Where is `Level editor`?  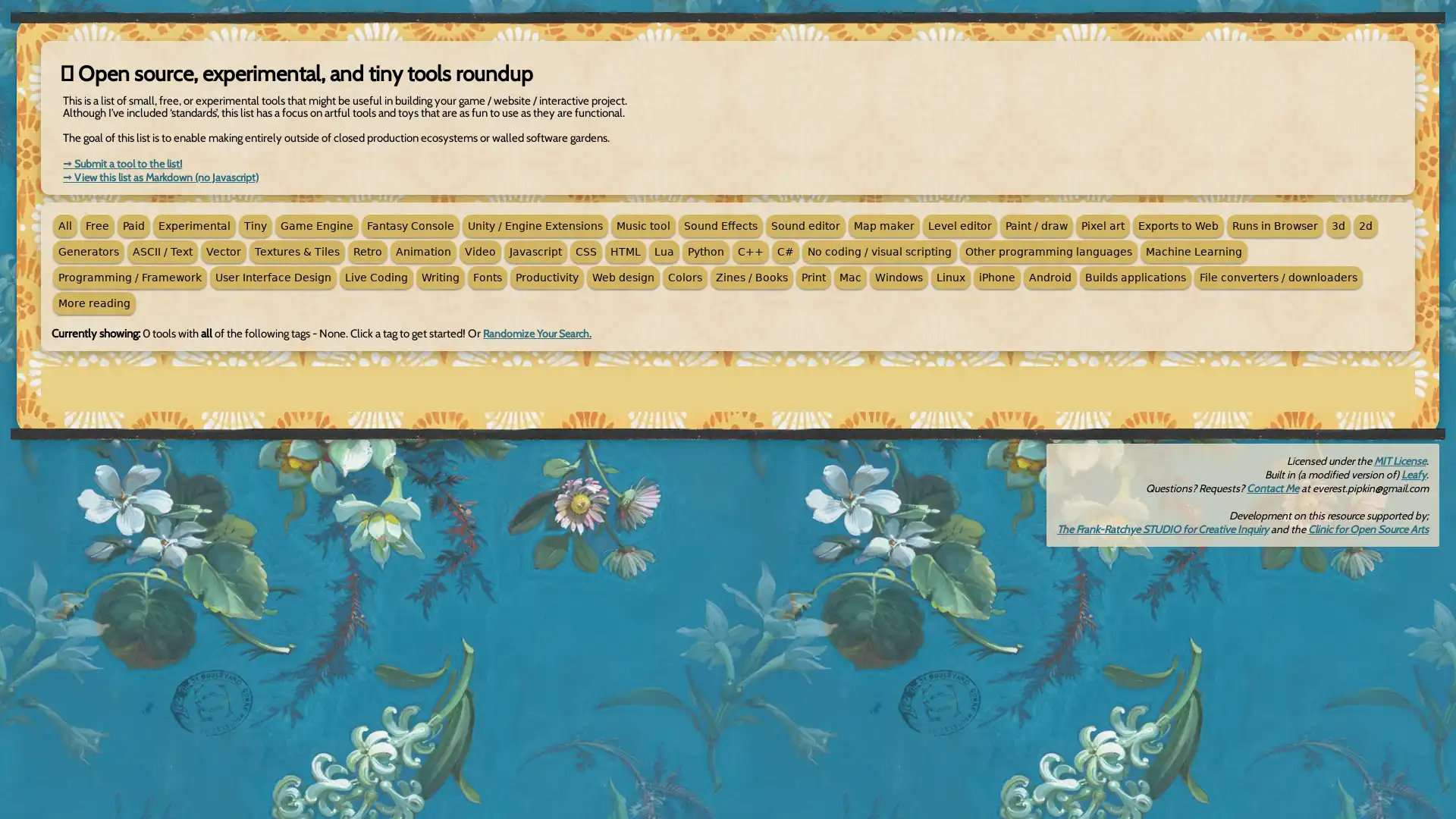
Level editor is located at coordinates (959, 225).